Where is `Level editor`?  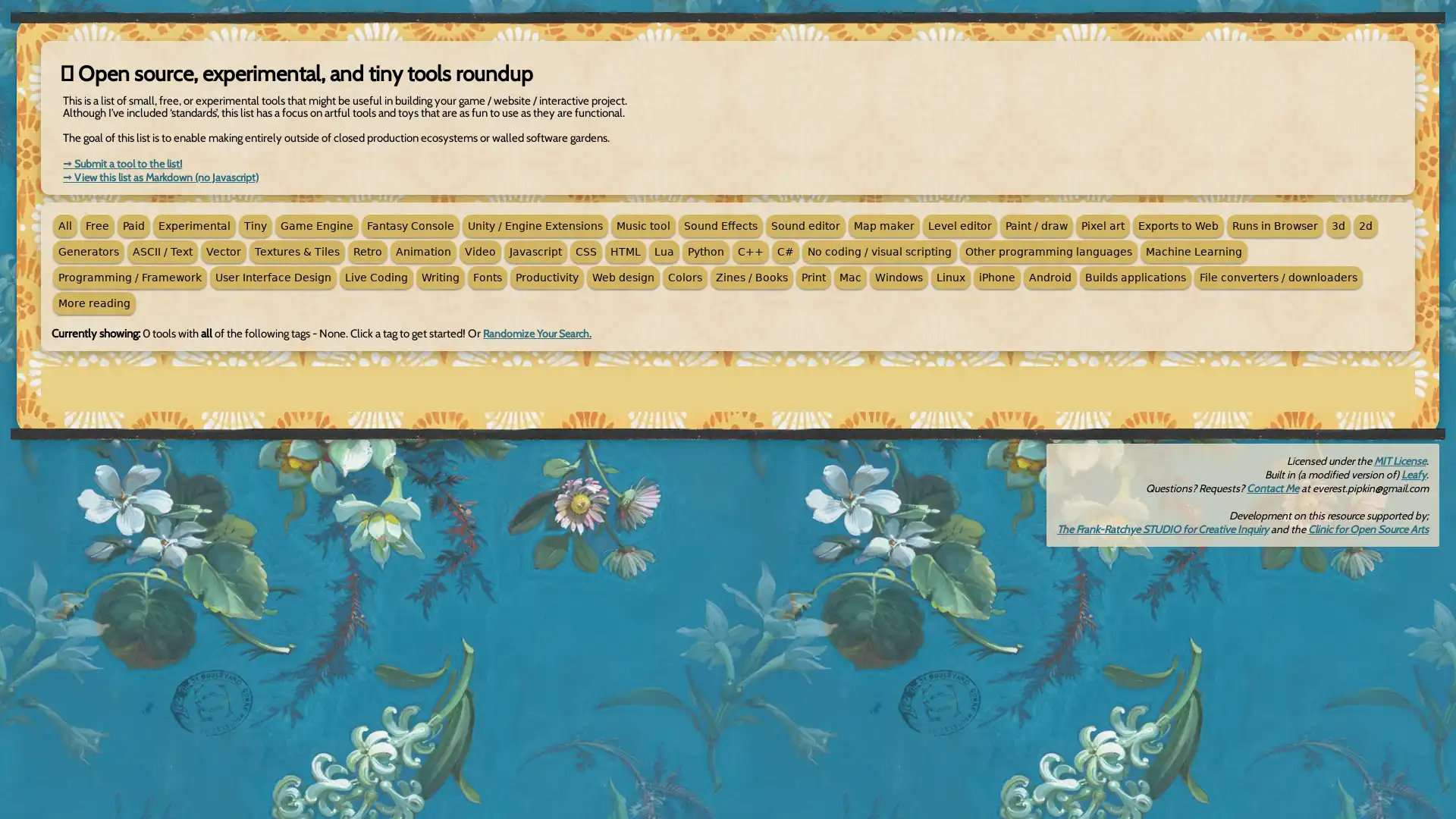
Level editor is located at coordinates (959, 225).